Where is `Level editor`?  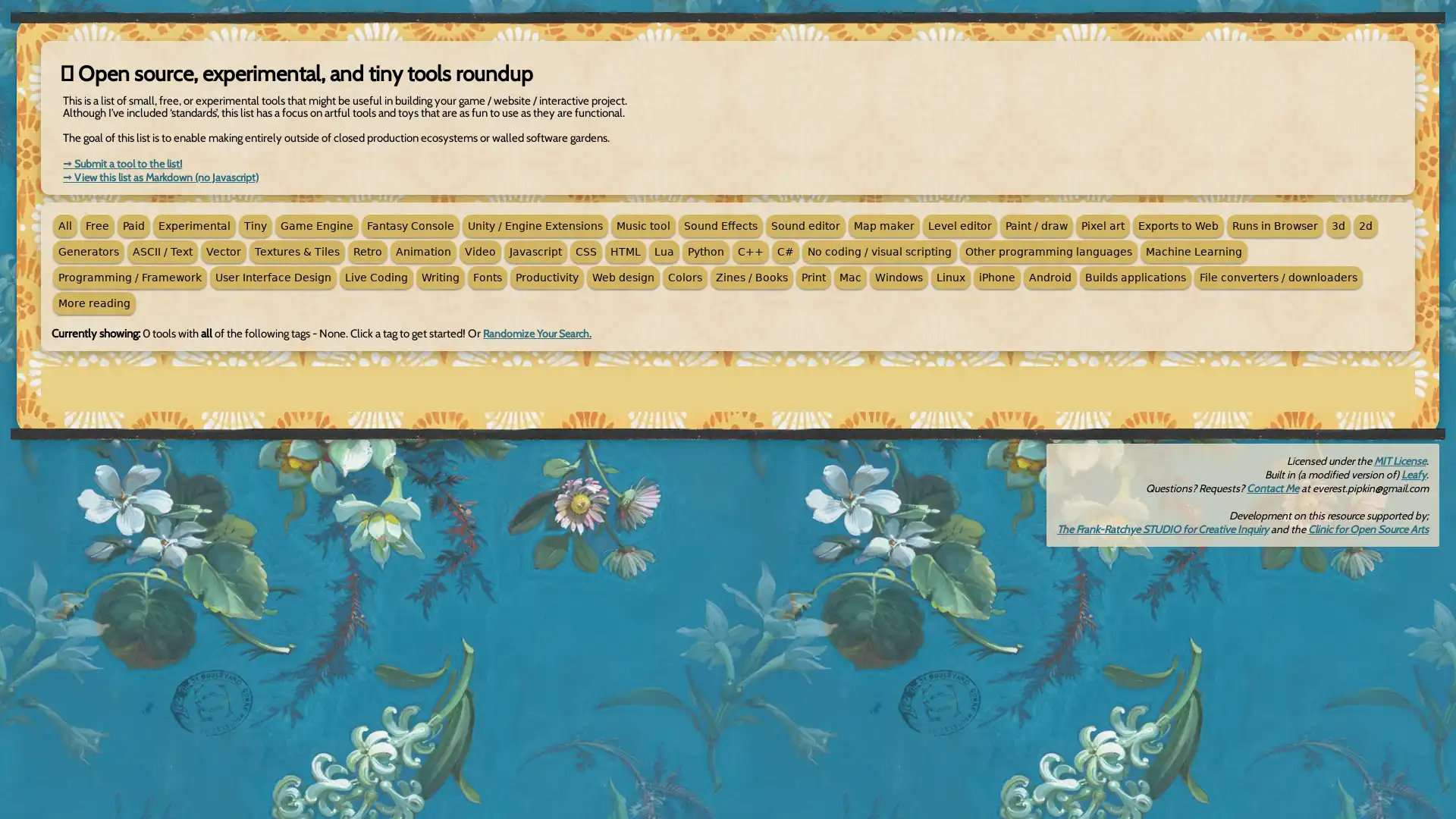
Level editor is located at coordinates (959, 225).